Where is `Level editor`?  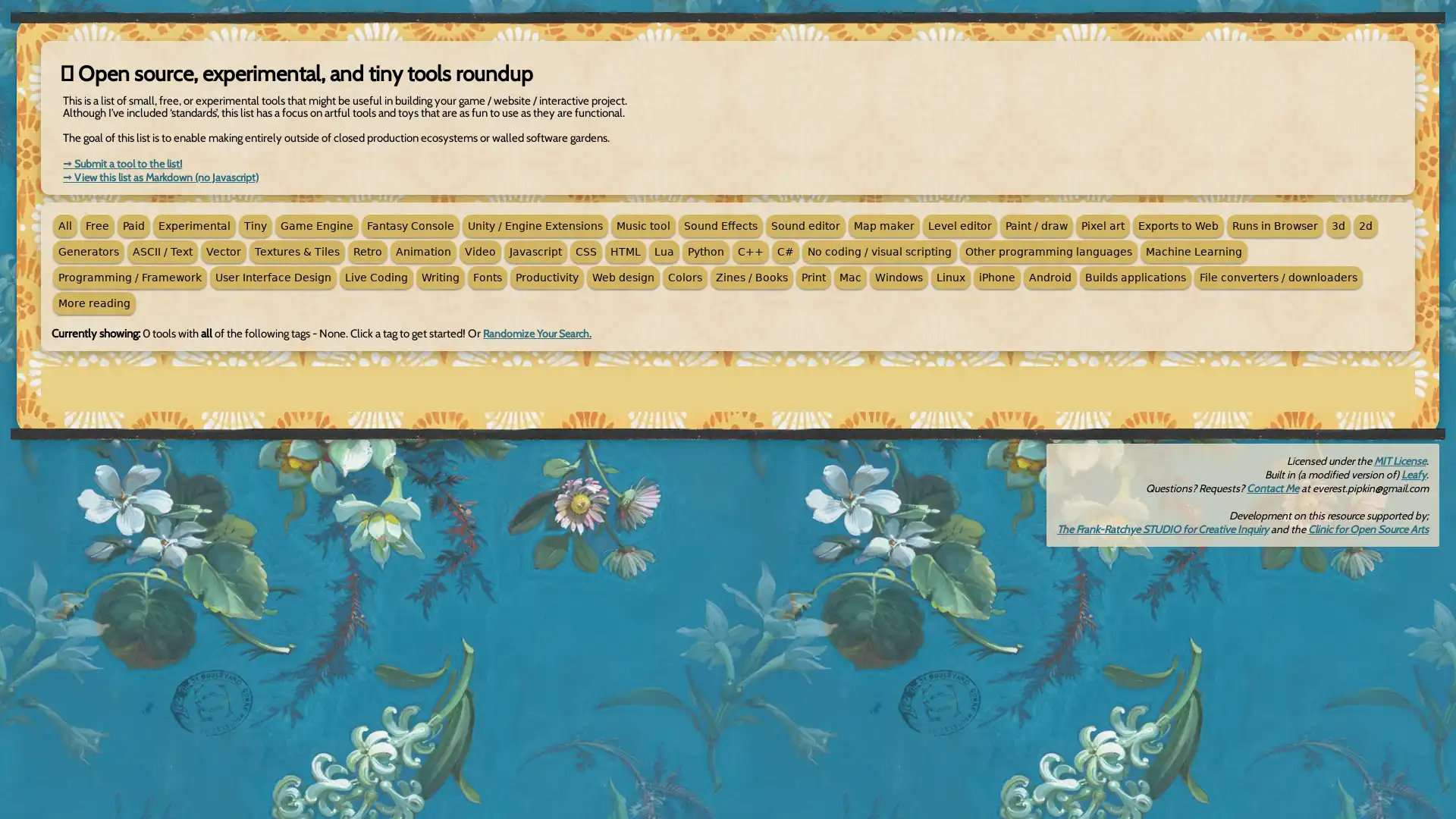
Level editor is located at coordinates (959, 225).